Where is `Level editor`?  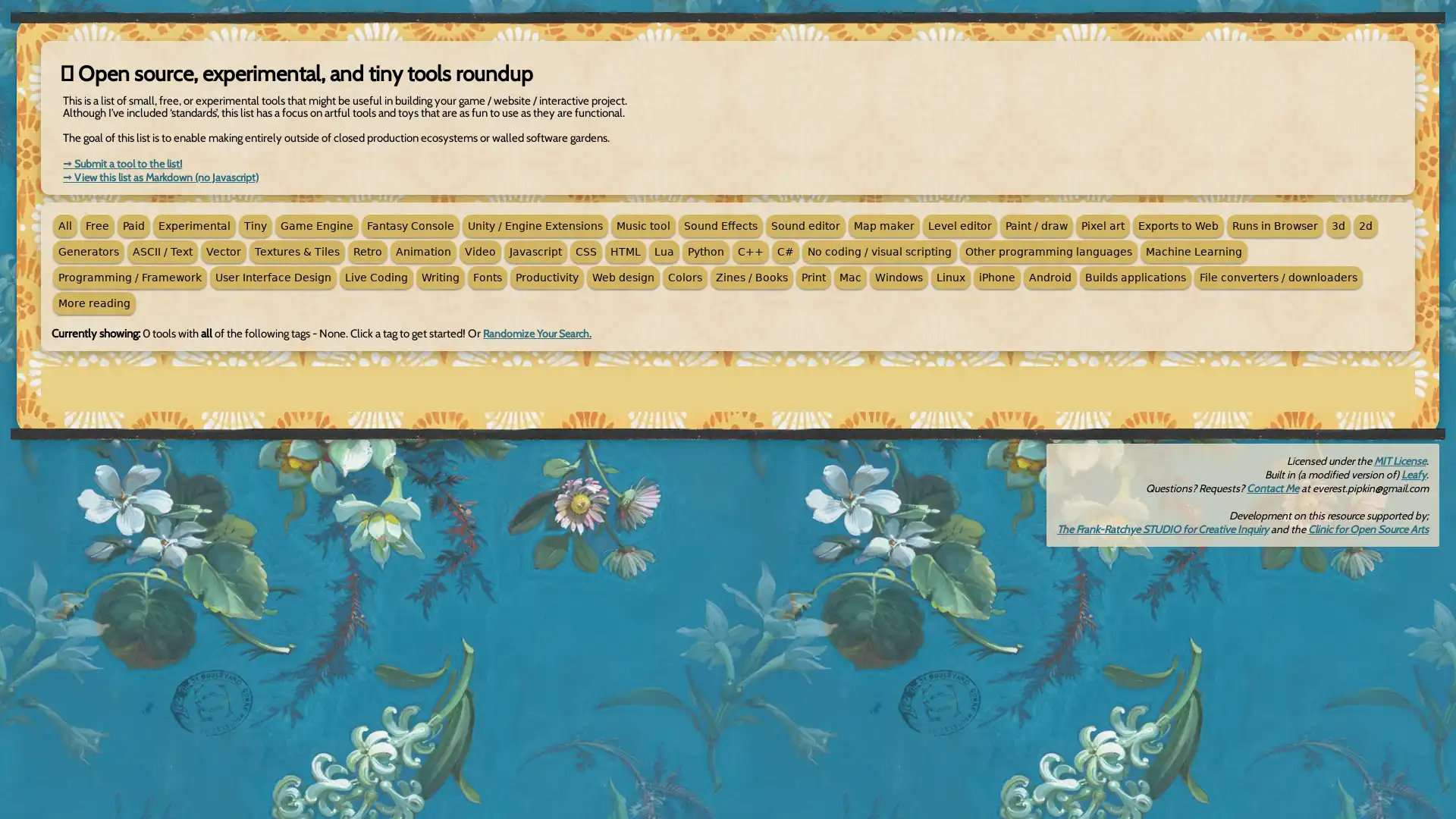
Level editor is located at coordinates (959, 225).